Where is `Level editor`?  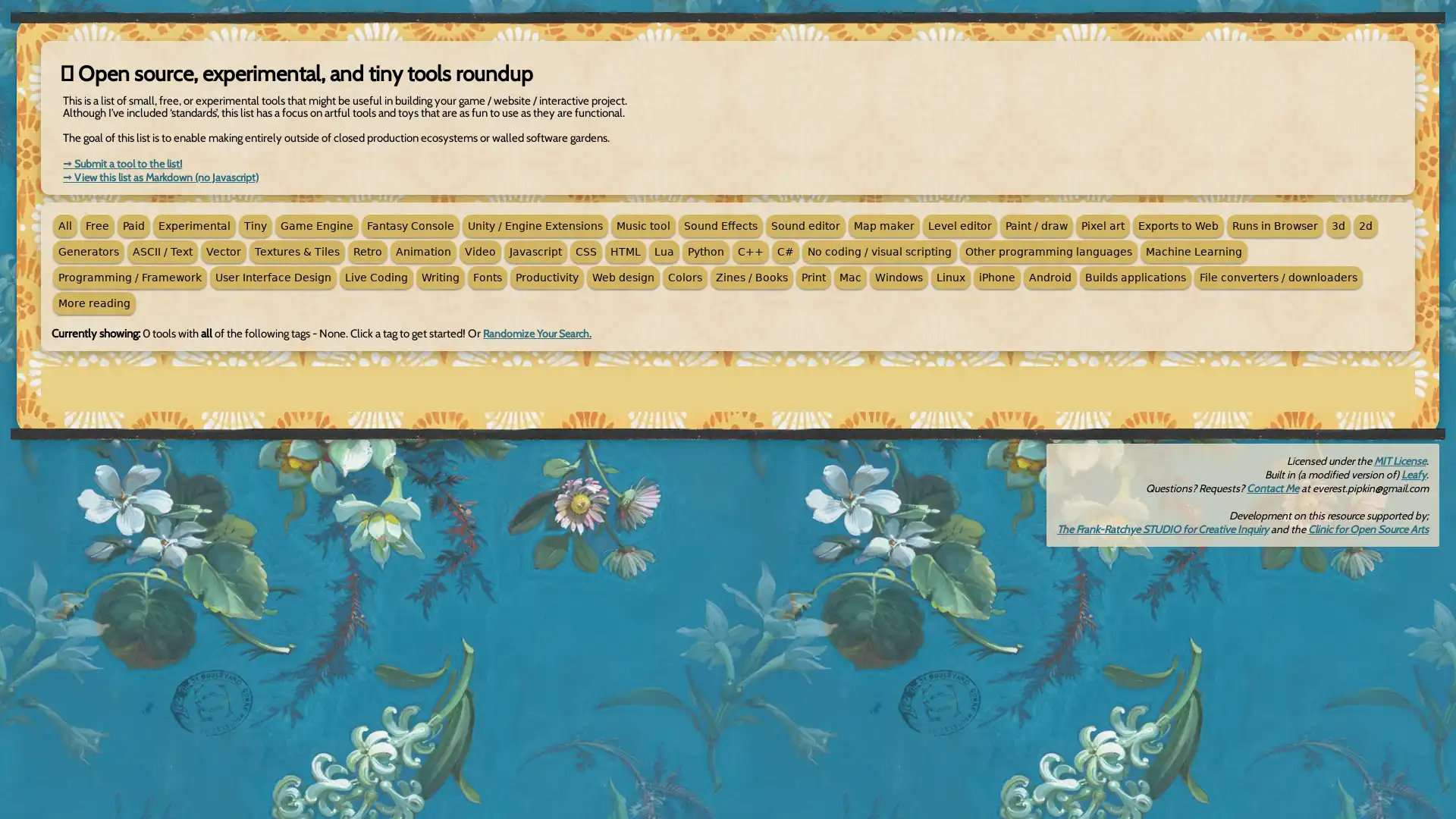
Level editor is located at coordinates (959, 225).